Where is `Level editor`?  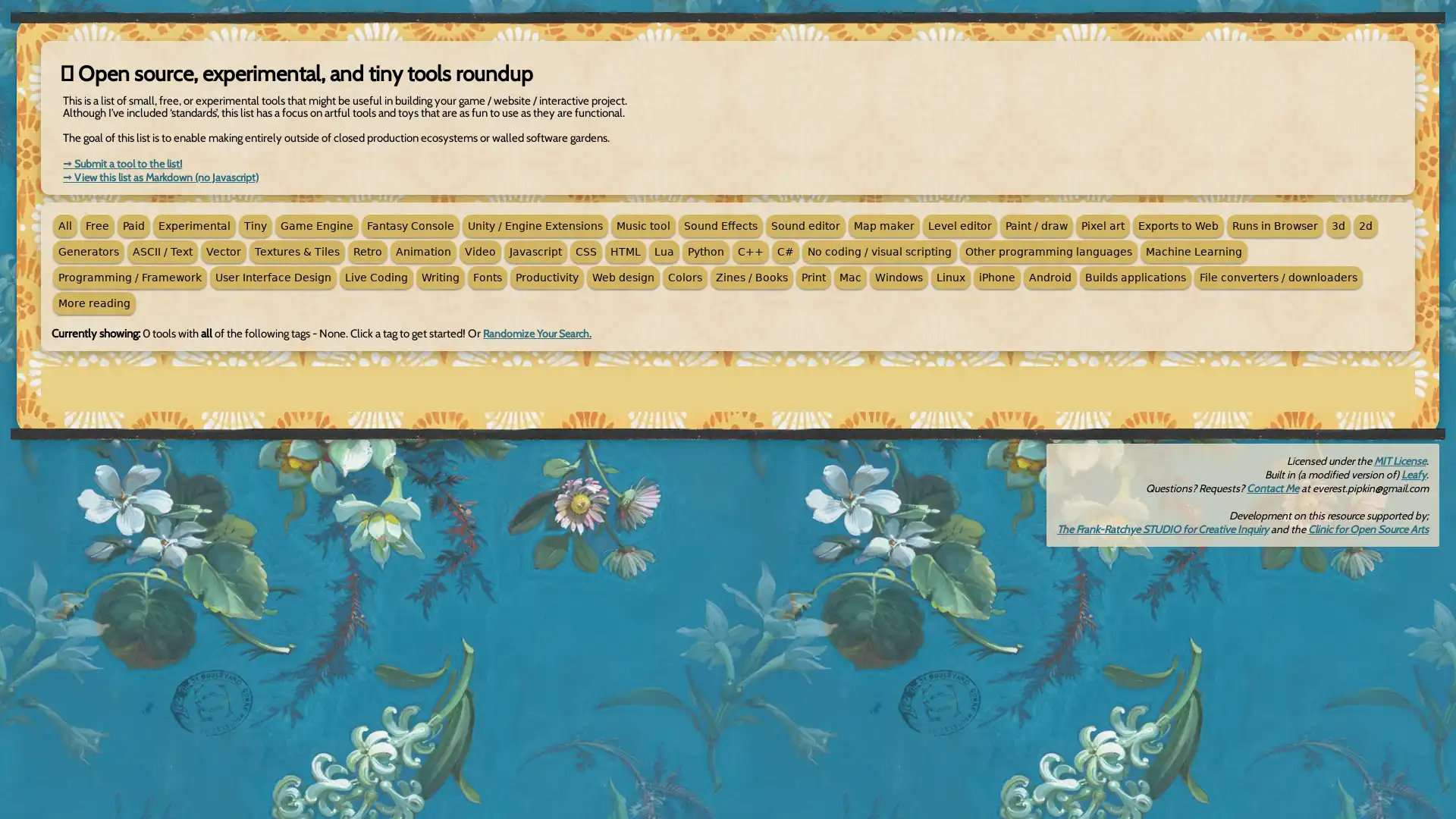
Level editor is located at coordinates (959, 225).